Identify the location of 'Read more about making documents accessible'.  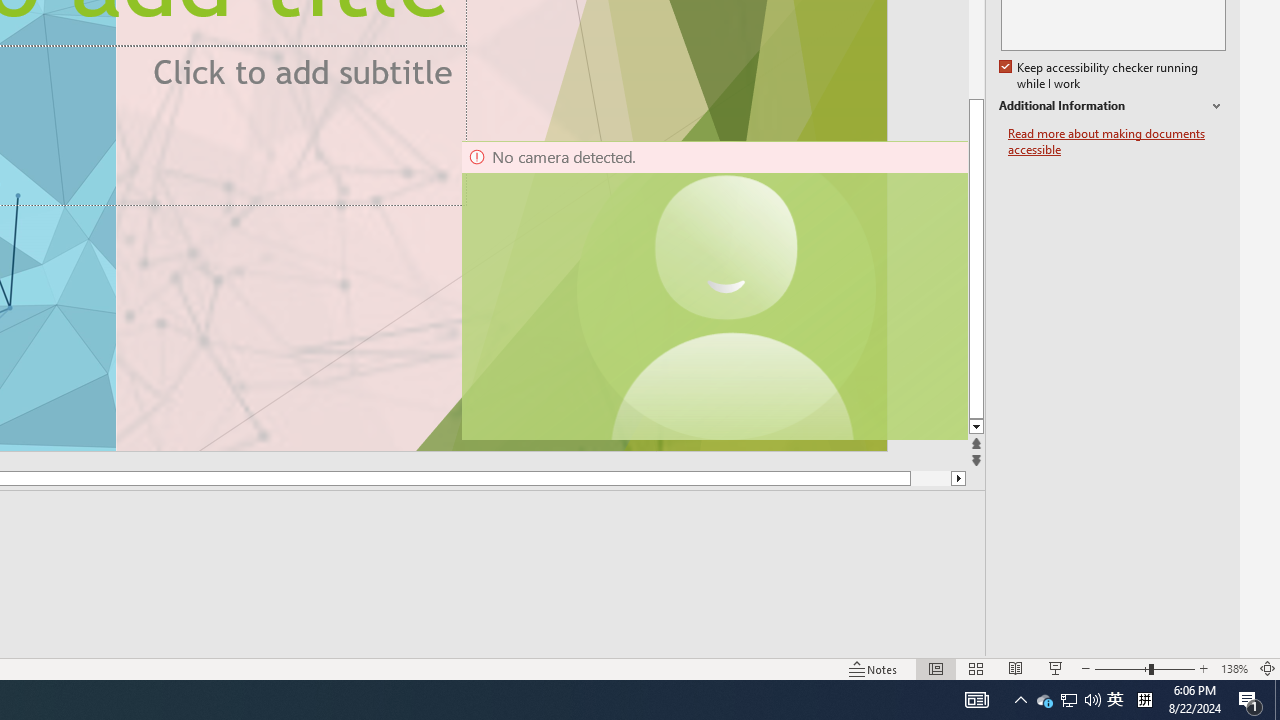
(1116, 141).